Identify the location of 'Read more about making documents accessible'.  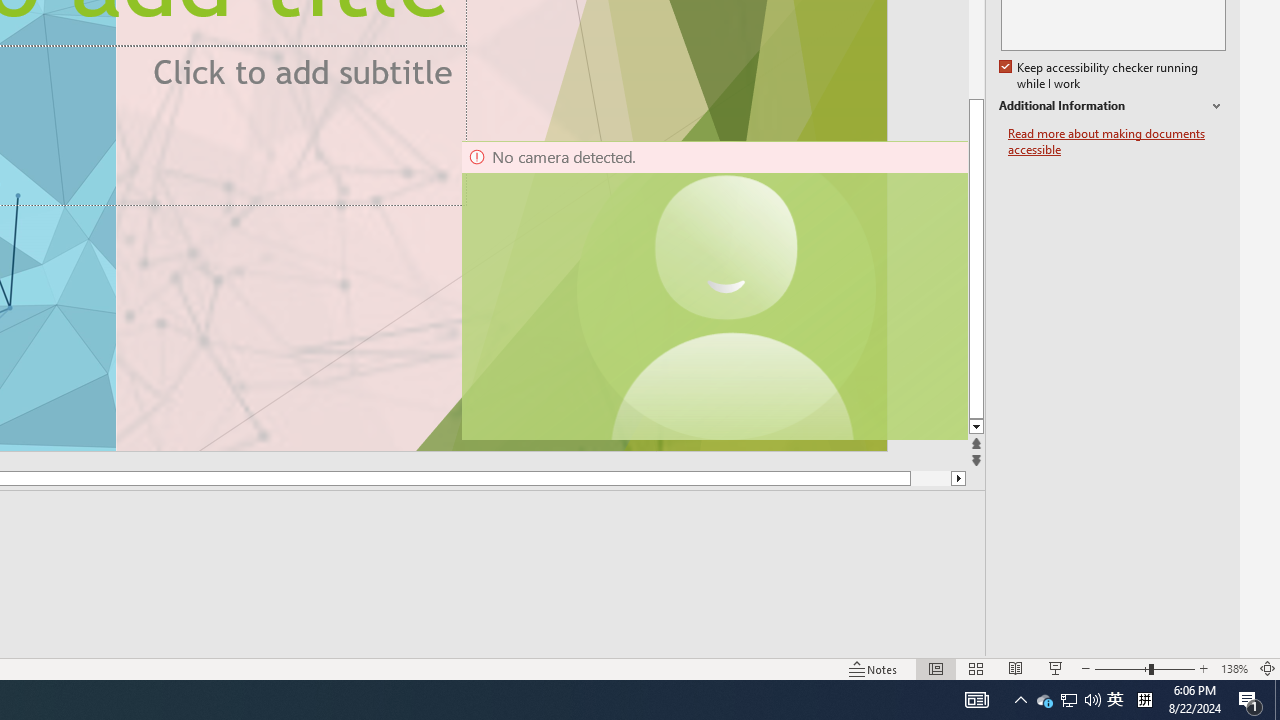
(1116, 141).